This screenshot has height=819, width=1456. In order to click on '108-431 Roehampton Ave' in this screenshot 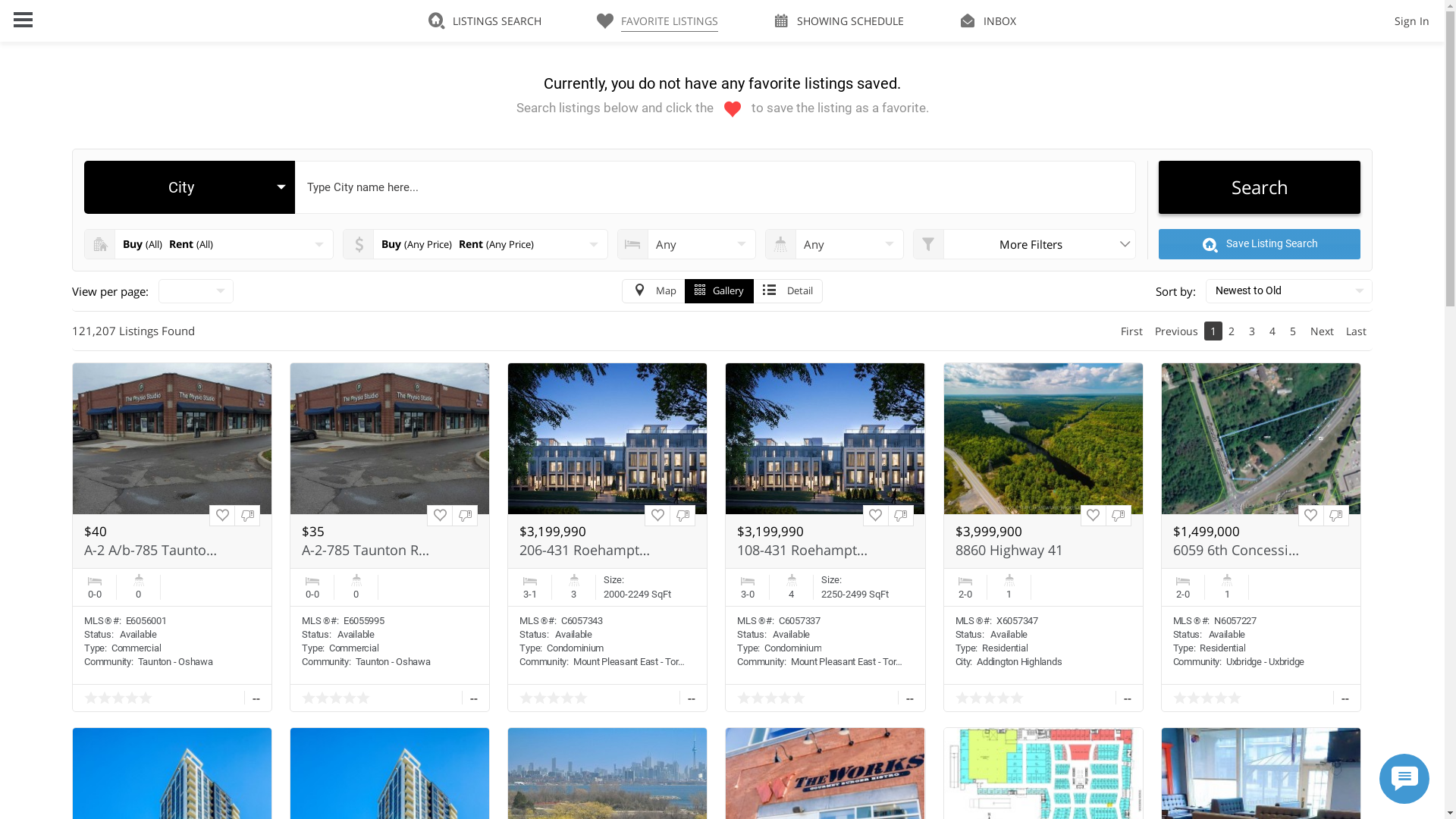, I will do `click(803, 550)`.